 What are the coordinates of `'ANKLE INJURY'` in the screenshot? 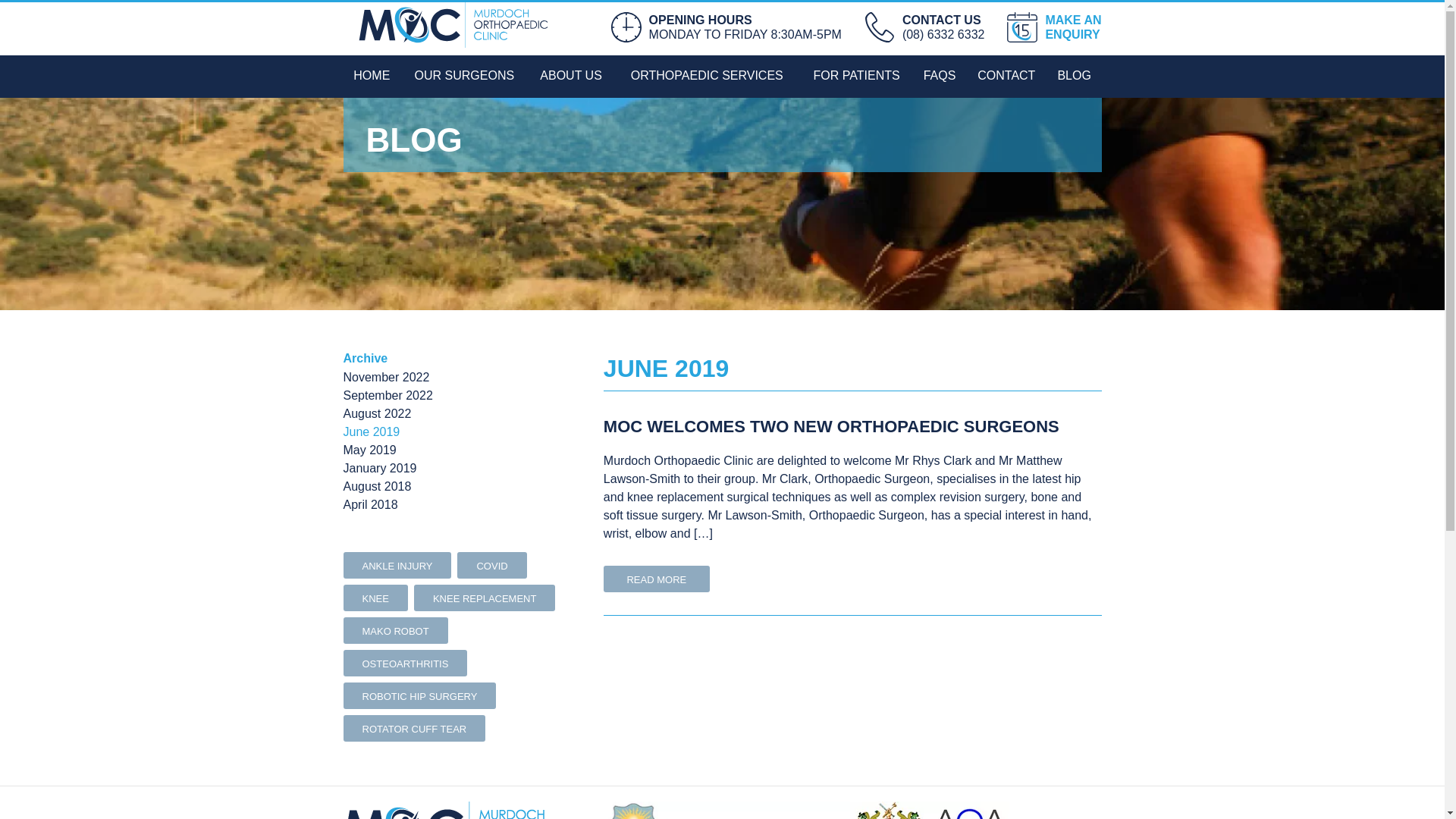 It's located at (397, 565).